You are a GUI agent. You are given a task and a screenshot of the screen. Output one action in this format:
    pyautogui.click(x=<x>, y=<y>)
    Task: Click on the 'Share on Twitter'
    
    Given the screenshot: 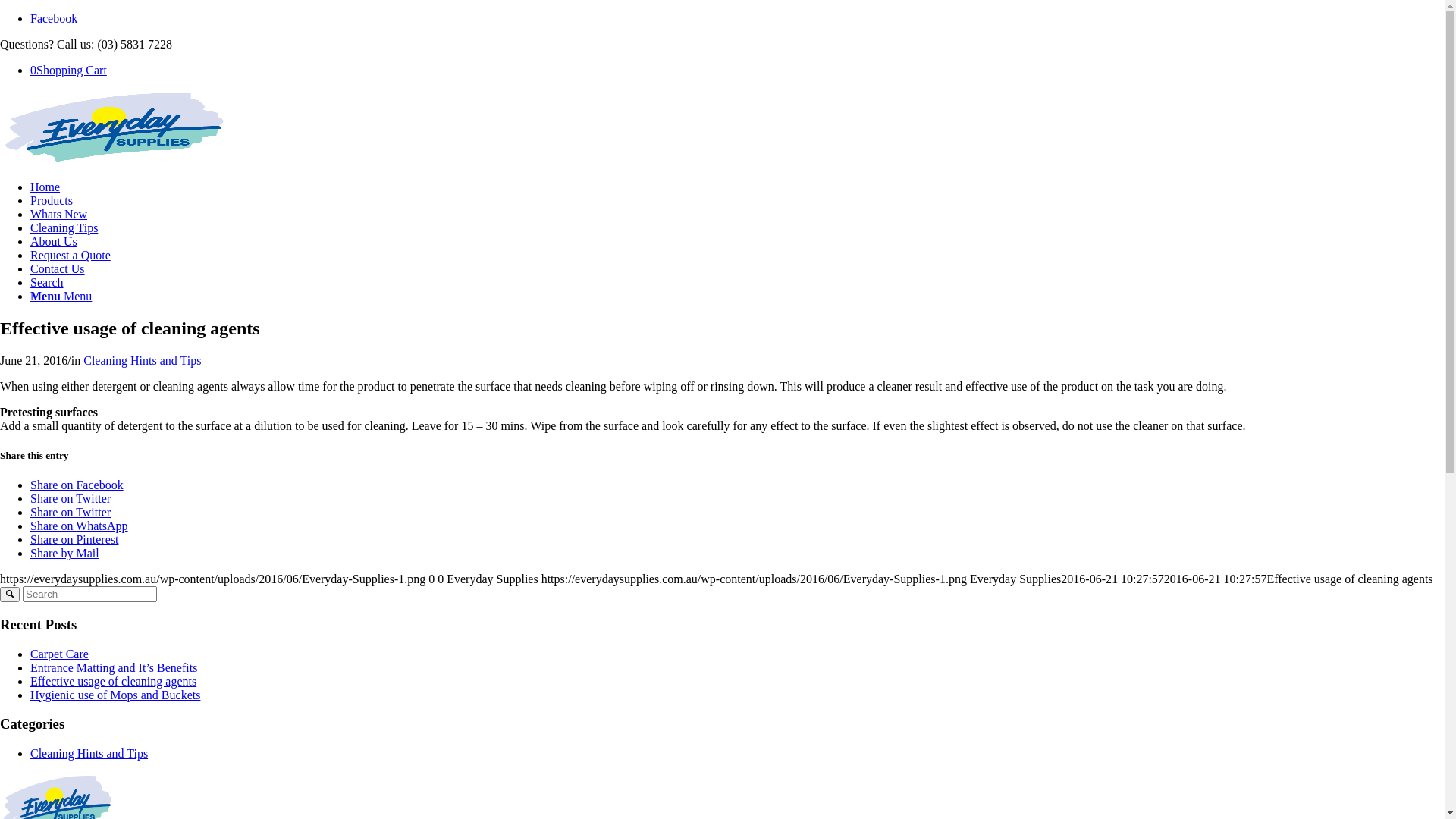 What is the action you would take?
    pyautogui.click(x=69, y=512)
    